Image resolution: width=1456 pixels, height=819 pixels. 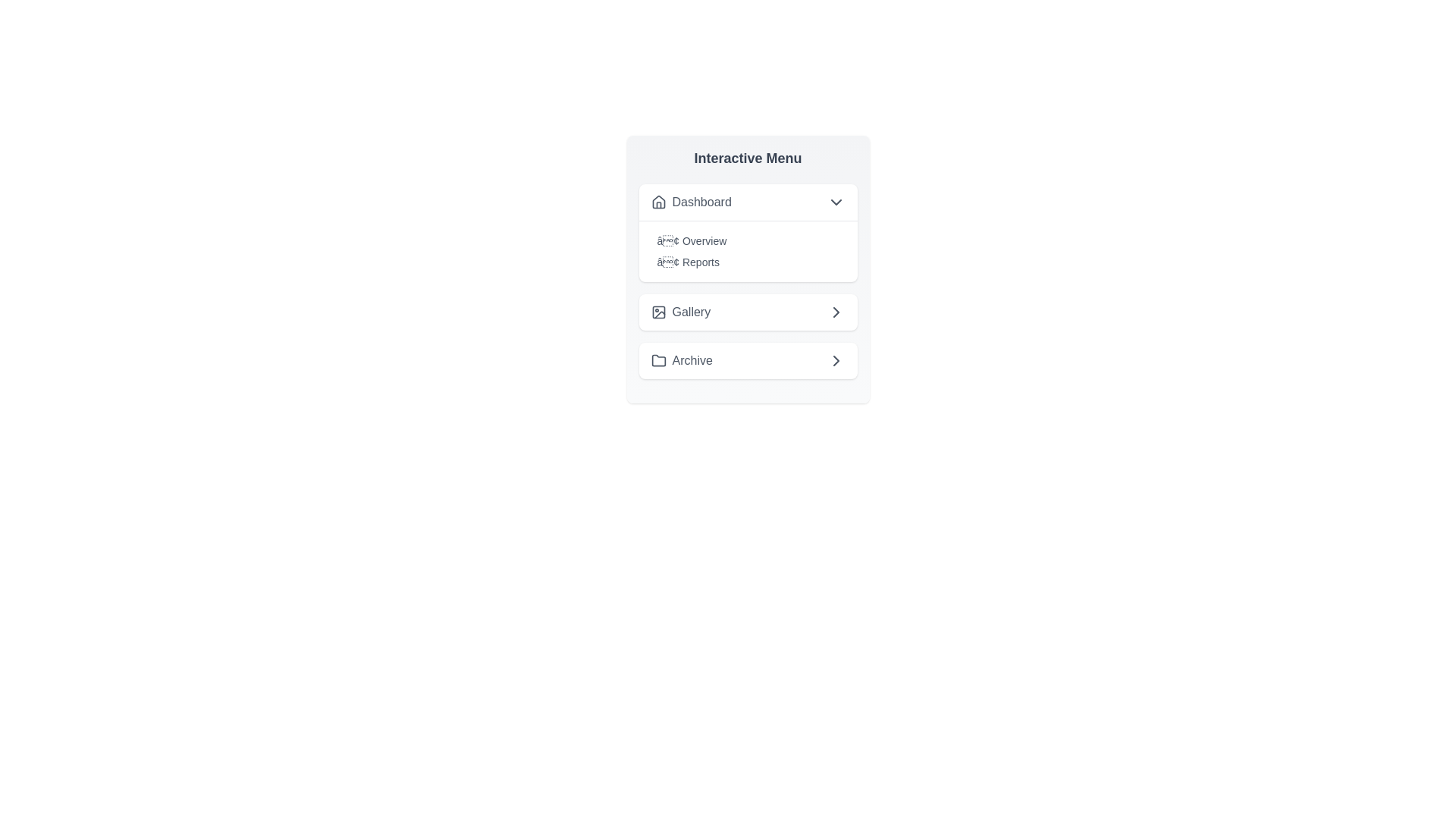 What do you see at coordinates (658, 360) in the screenshot?
I see `the icon of the section Archive` at bounding box center [658, 360].